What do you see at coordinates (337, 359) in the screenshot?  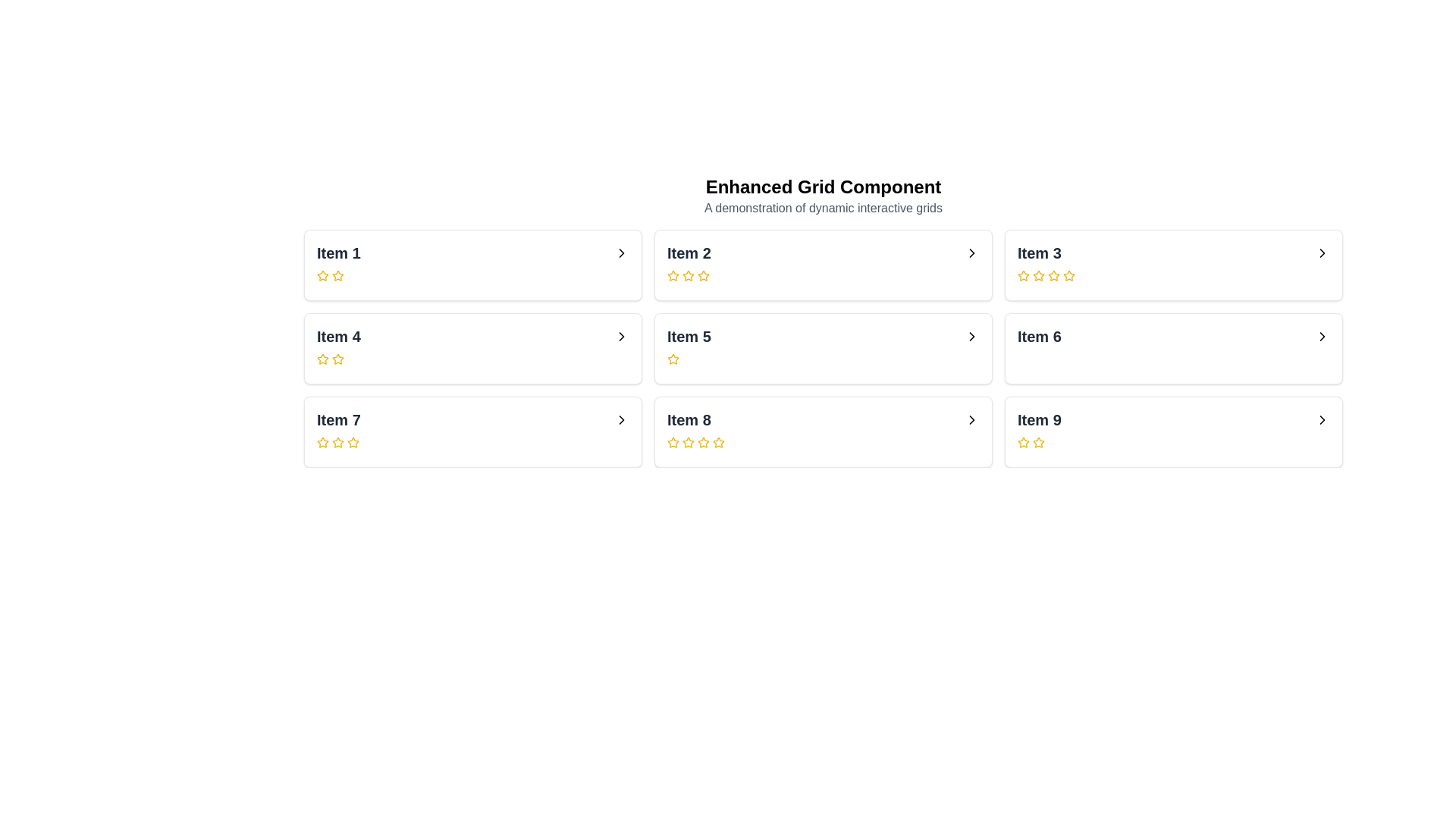 I see `the third star icon in the rating component for Item 4` at bounding box center [337, 359].